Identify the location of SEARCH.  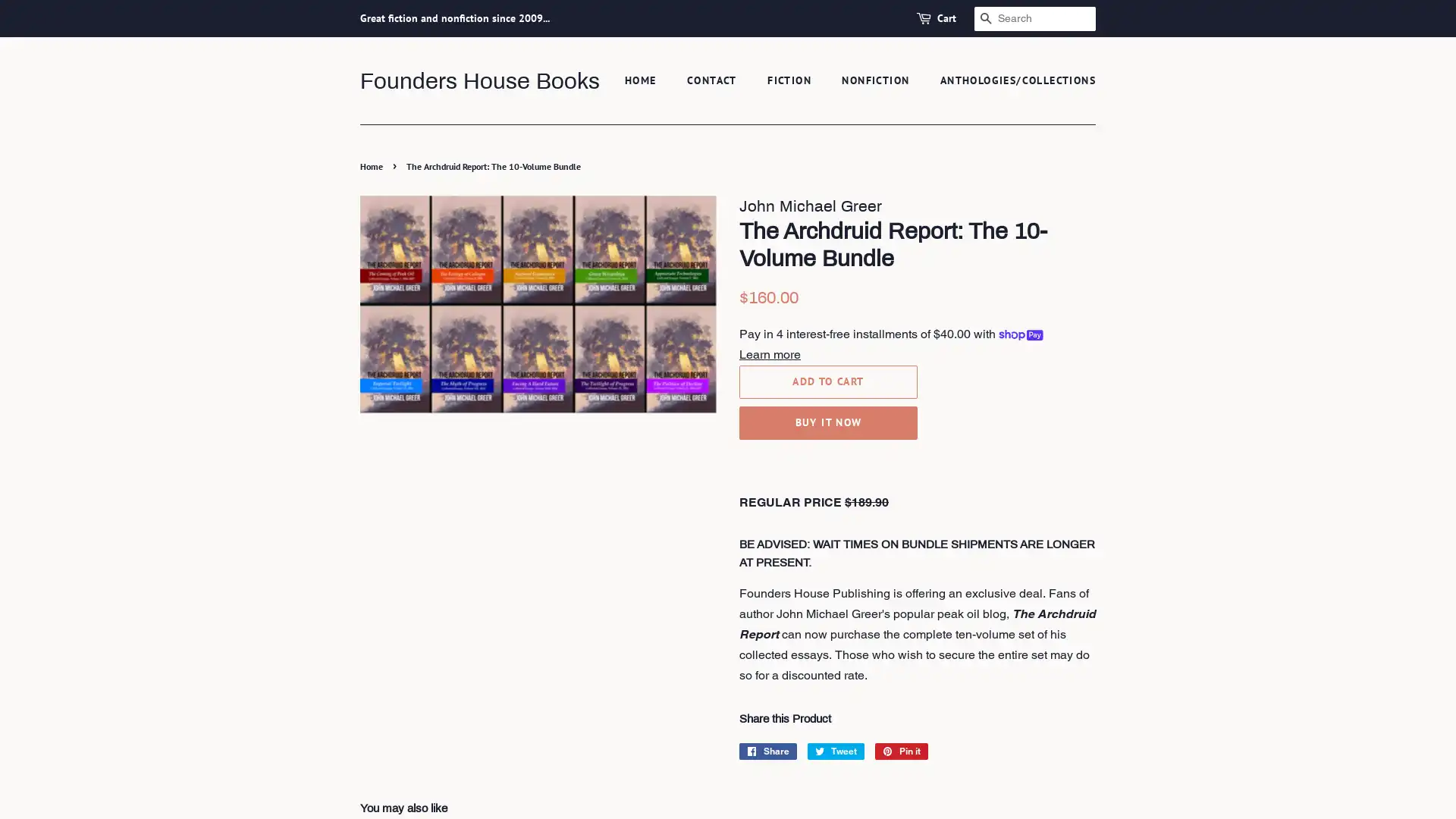
(986, 18).